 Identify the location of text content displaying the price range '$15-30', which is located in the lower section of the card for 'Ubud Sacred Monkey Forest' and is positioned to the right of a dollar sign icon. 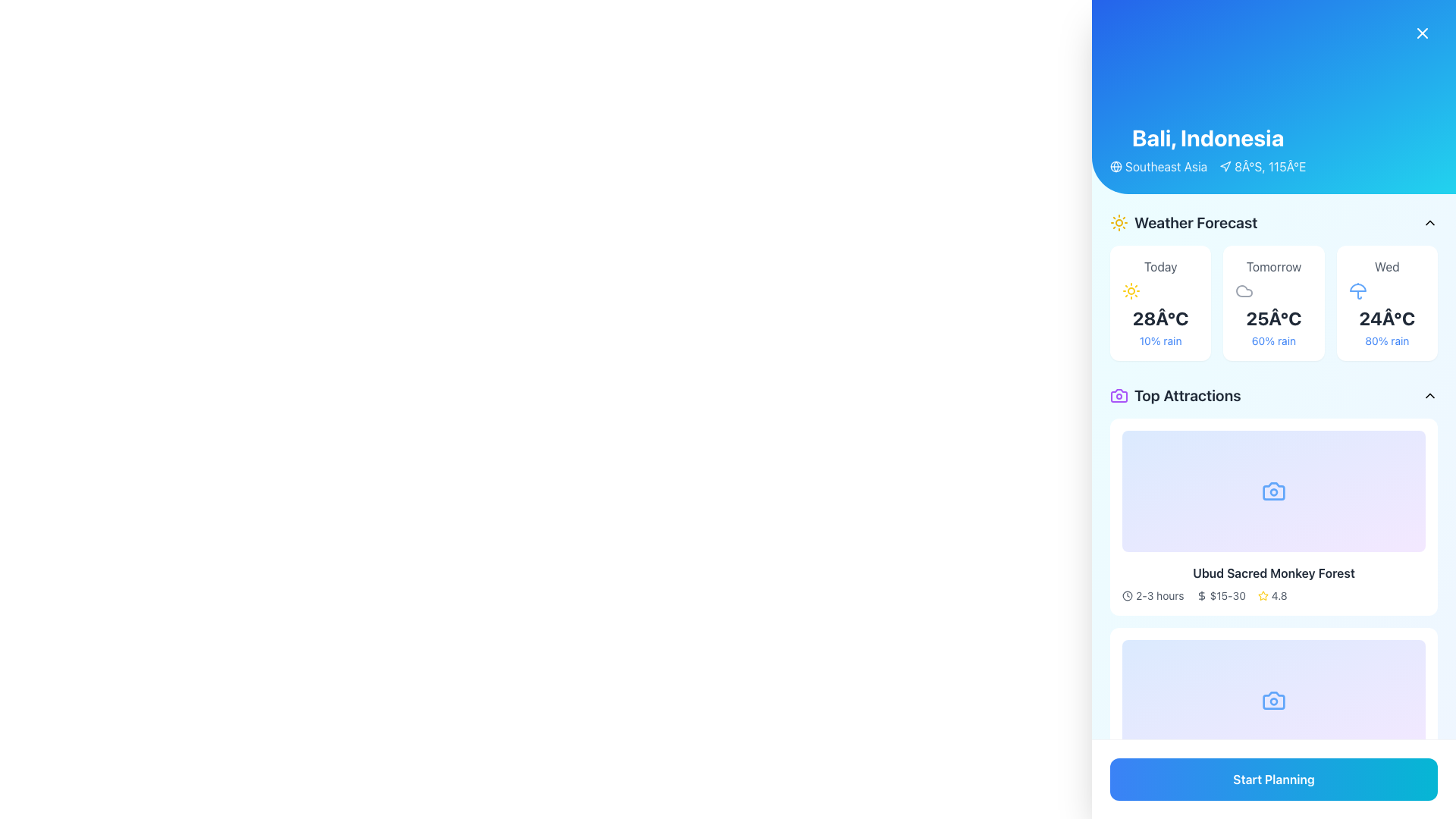
(1228, 595).